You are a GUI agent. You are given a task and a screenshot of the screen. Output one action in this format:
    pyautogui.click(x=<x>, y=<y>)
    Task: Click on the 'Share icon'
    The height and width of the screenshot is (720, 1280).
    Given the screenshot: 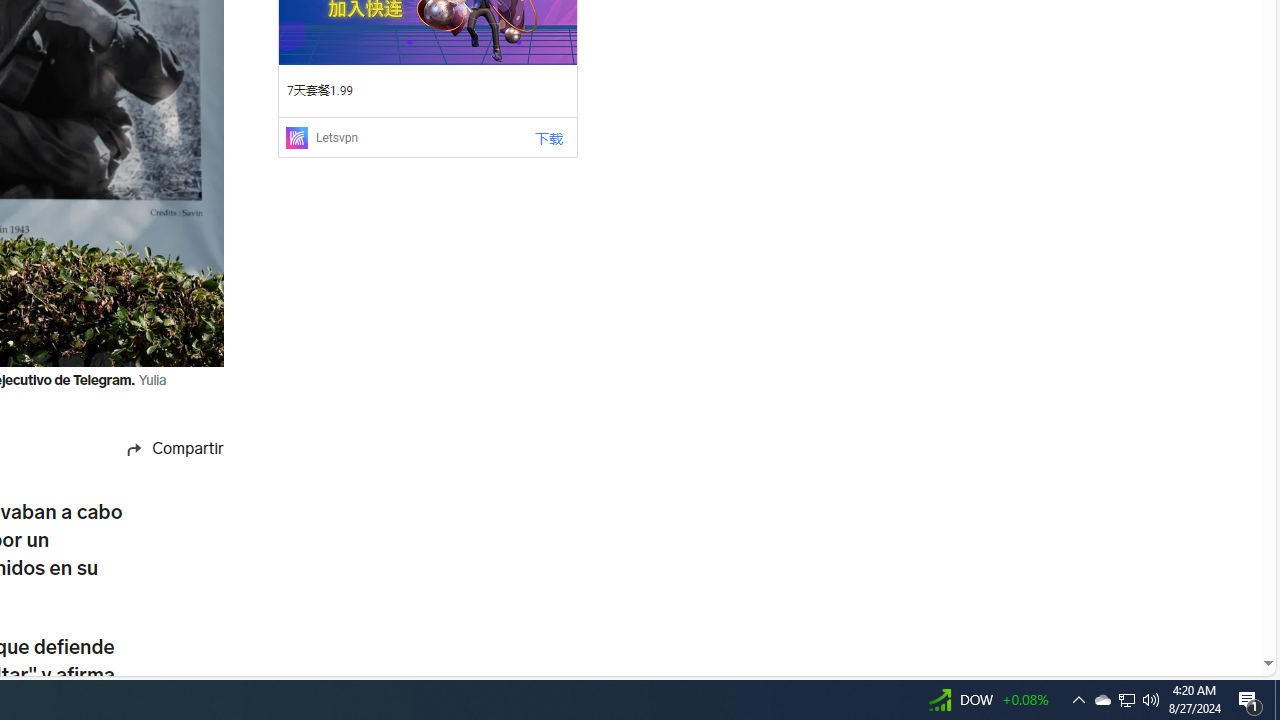 What is the action you would take?
    pyautogui.click(x=133, y=448)
    